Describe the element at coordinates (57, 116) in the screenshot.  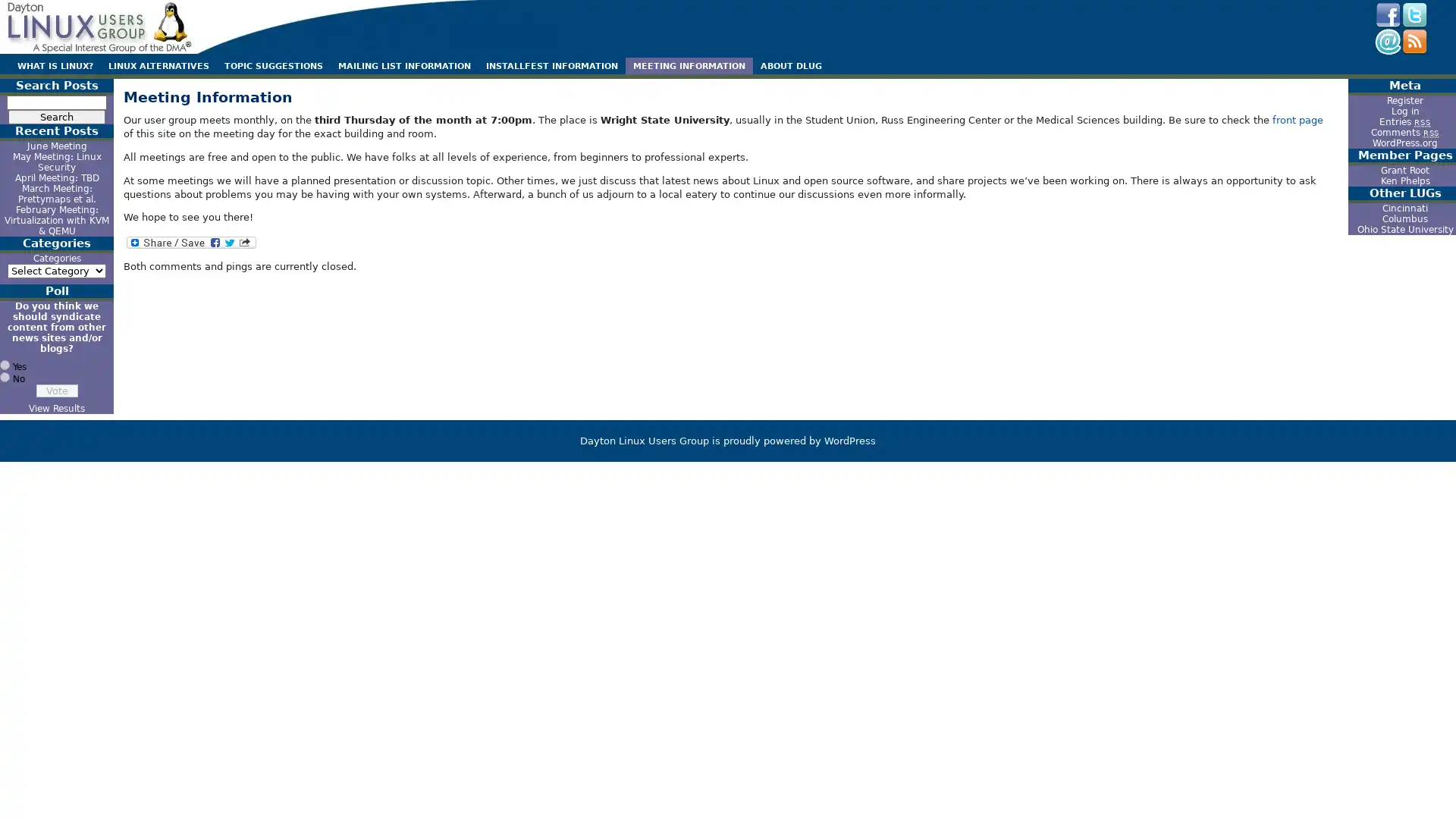
I see `Search` at that location.